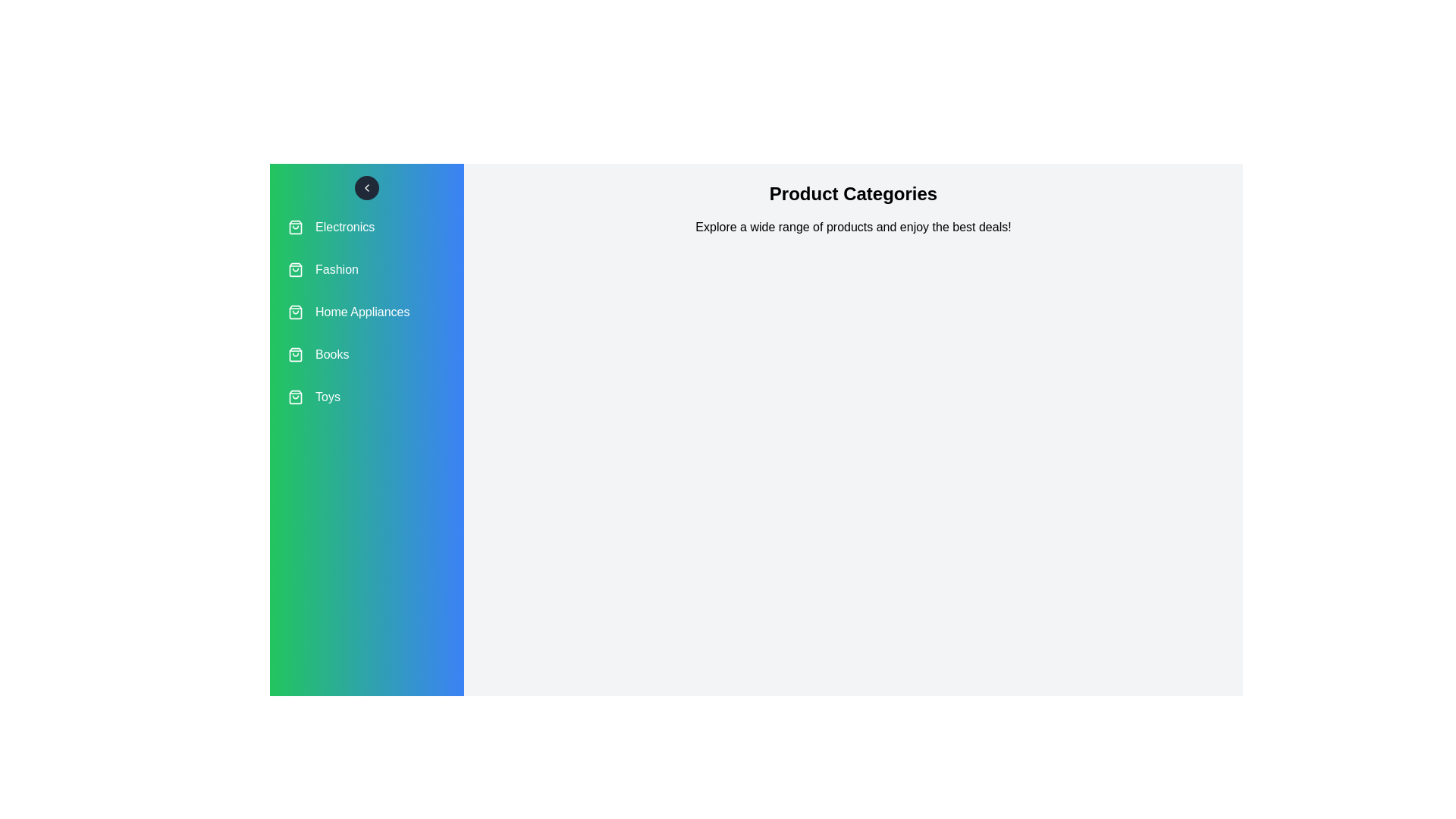 The image size is (1456, 819). Describe the element at coordinates (367, 227) in the screenshot. I see `the category Electronics from the list` at that location.